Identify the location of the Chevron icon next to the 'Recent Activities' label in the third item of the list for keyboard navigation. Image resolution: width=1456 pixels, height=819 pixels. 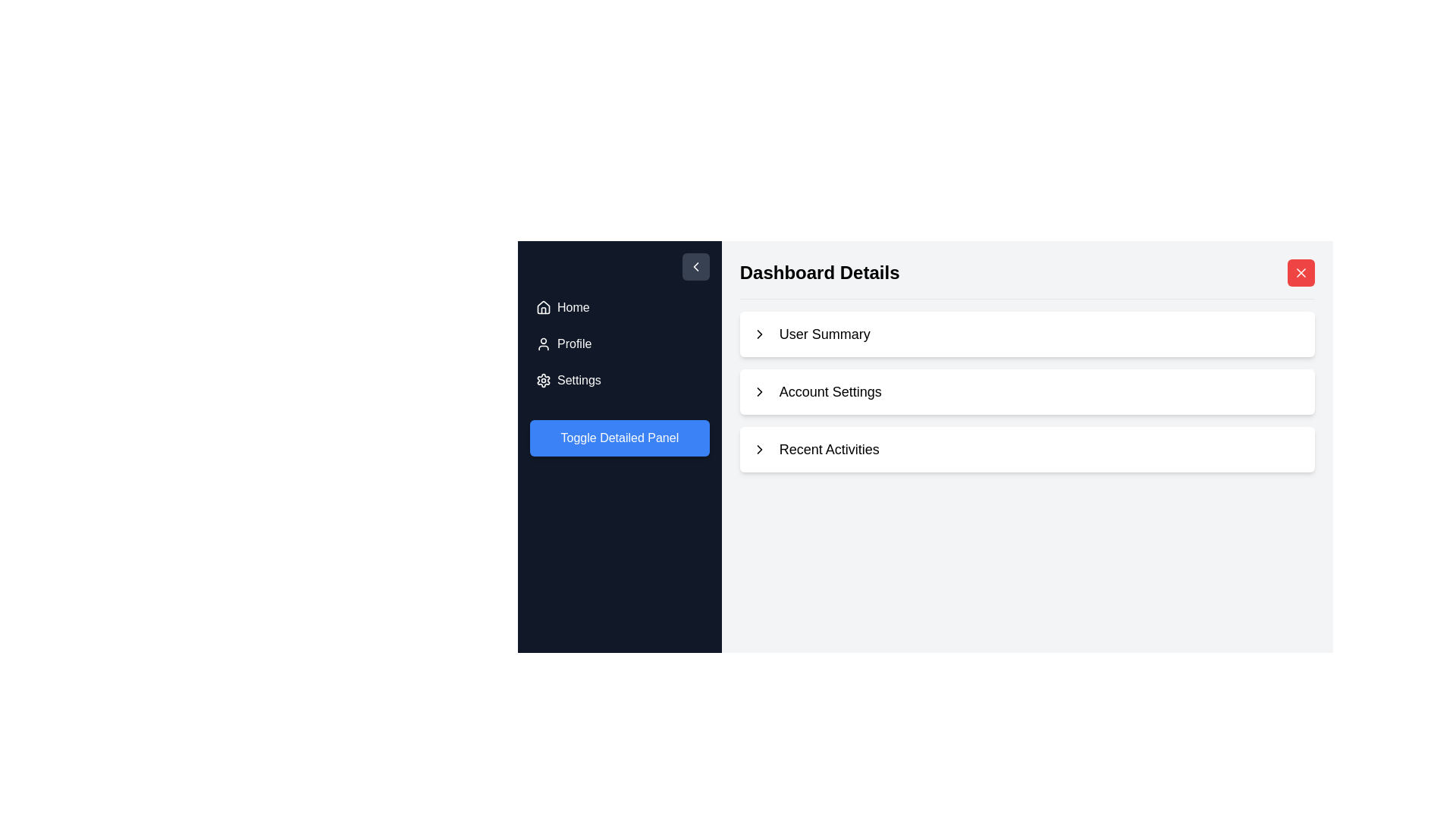
(759, 449).